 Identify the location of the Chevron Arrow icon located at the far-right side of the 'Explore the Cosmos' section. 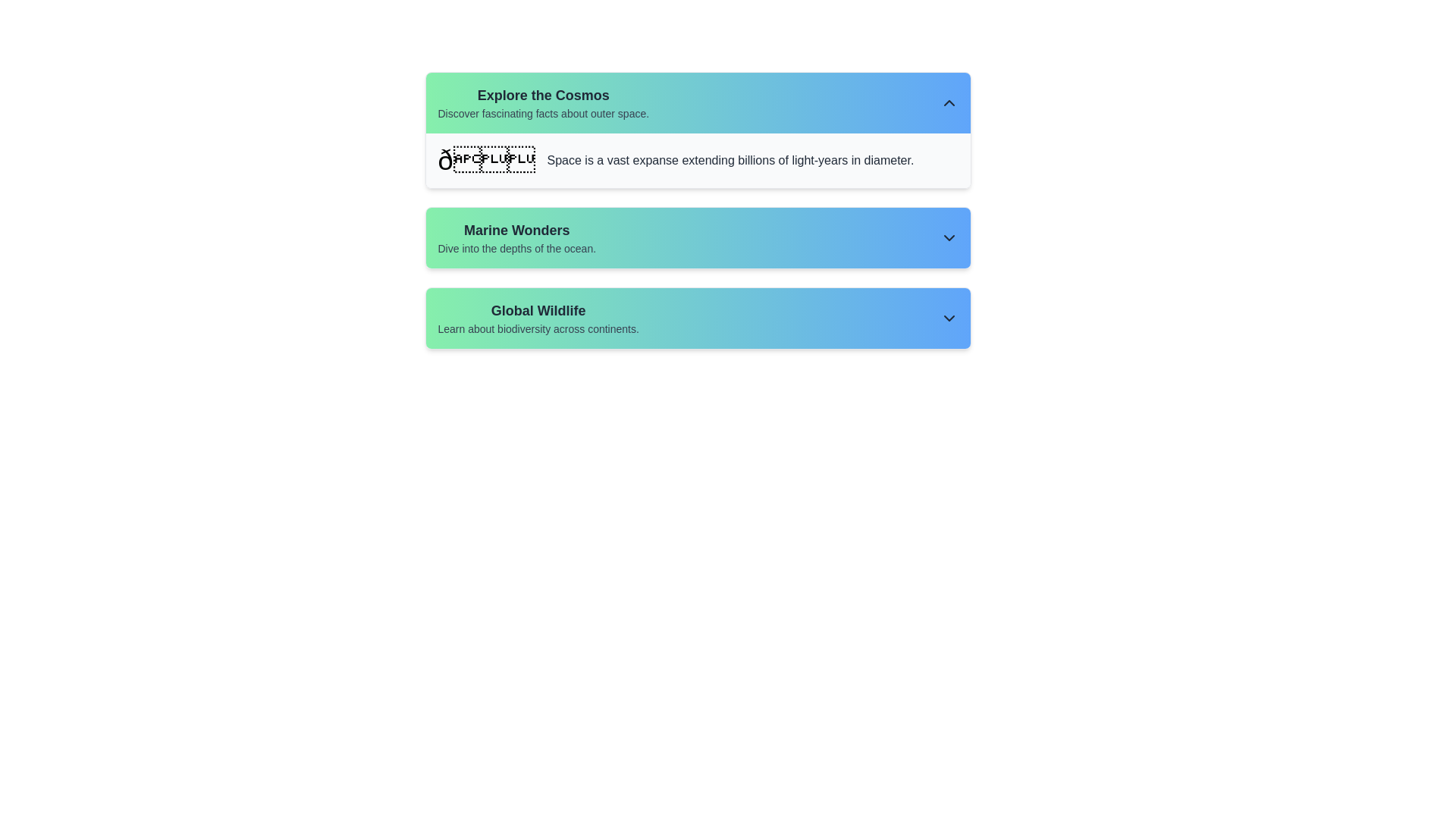
(948, 102).